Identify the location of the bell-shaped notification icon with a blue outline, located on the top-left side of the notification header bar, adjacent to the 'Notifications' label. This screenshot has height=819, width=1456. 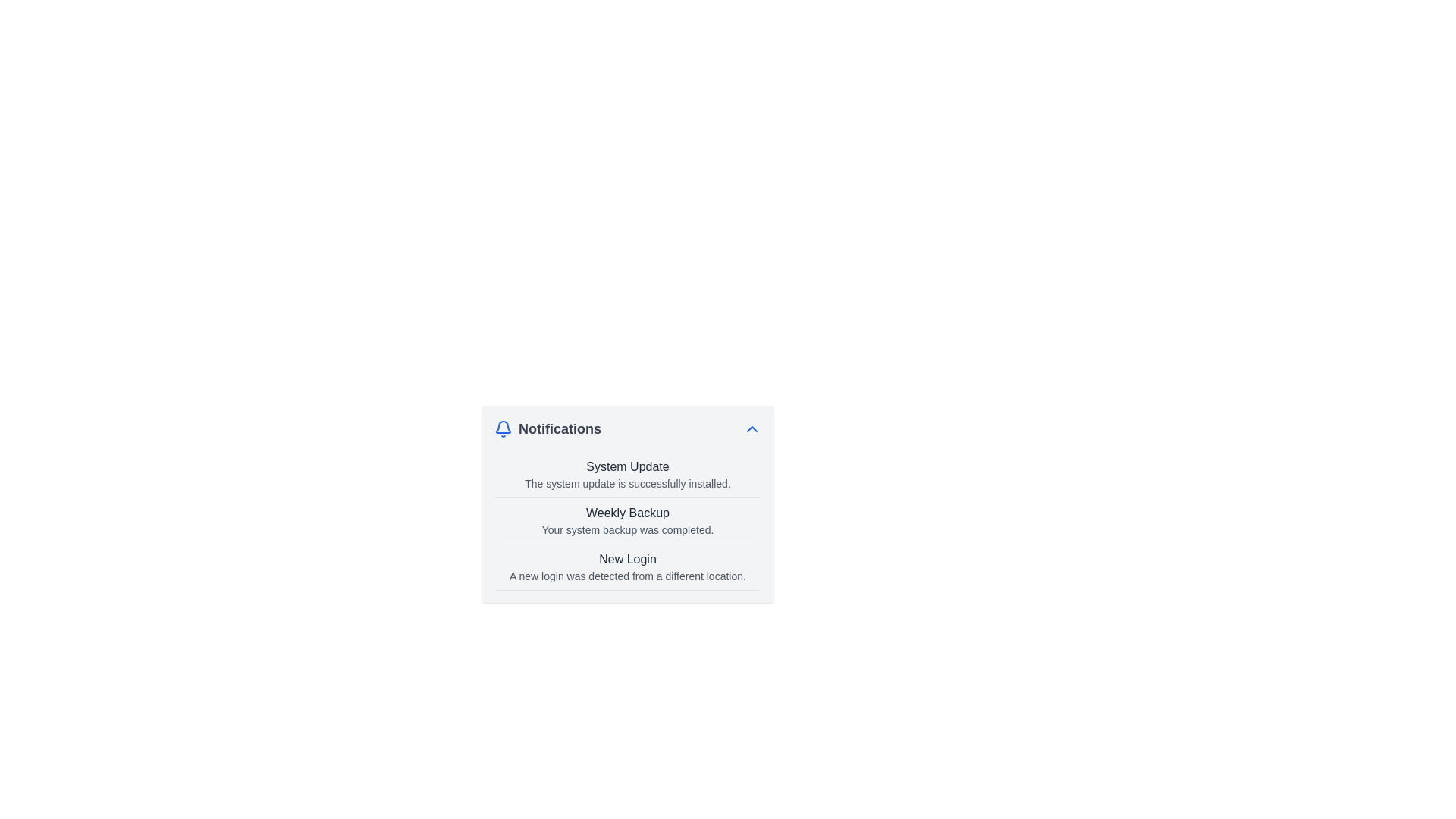
(503, 429).